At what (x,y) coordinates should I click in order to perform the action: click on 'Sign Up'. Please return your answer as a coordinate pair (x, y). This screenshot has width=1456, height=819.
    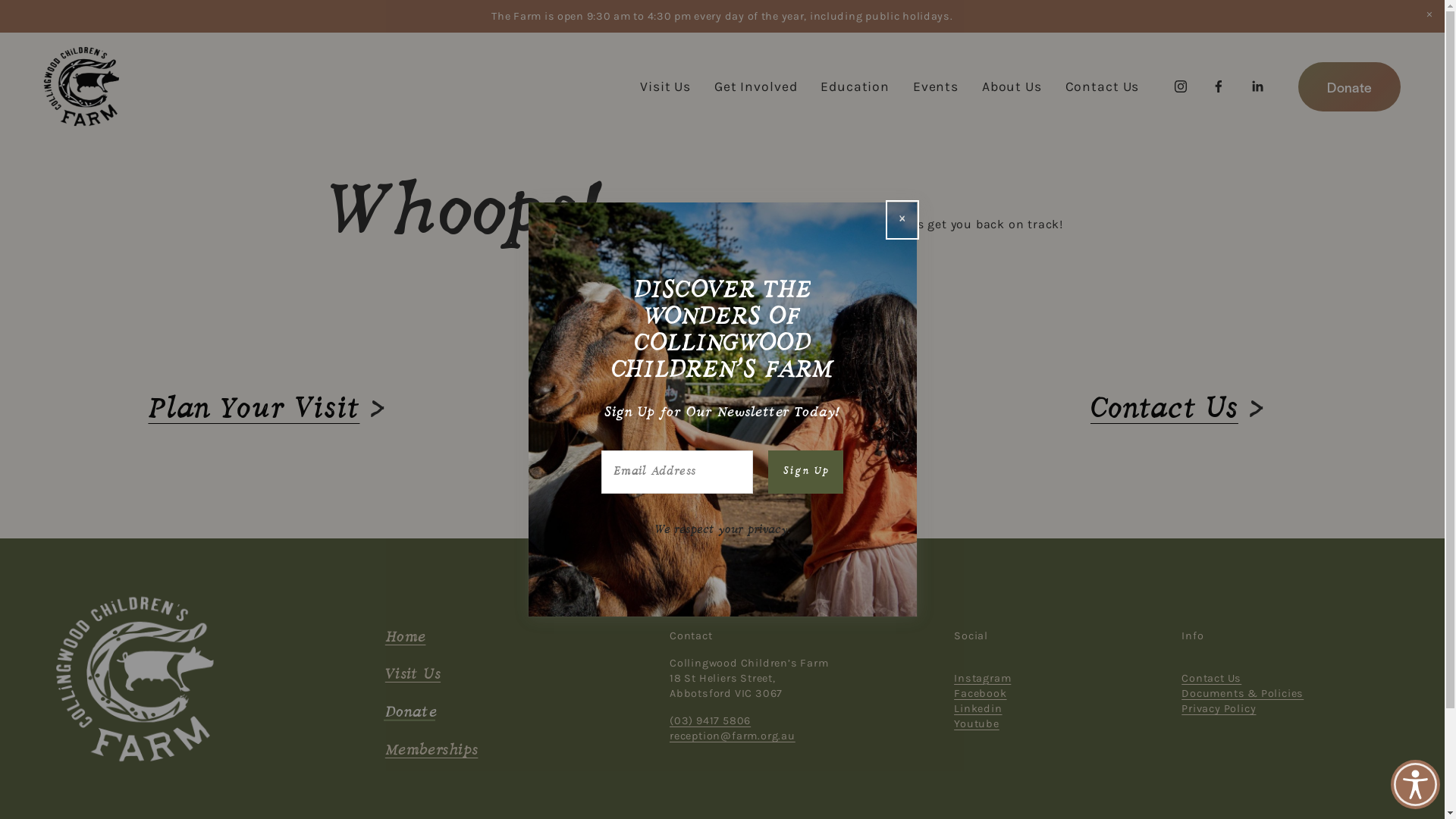
    Looking at the image, I should click on (805, 471).